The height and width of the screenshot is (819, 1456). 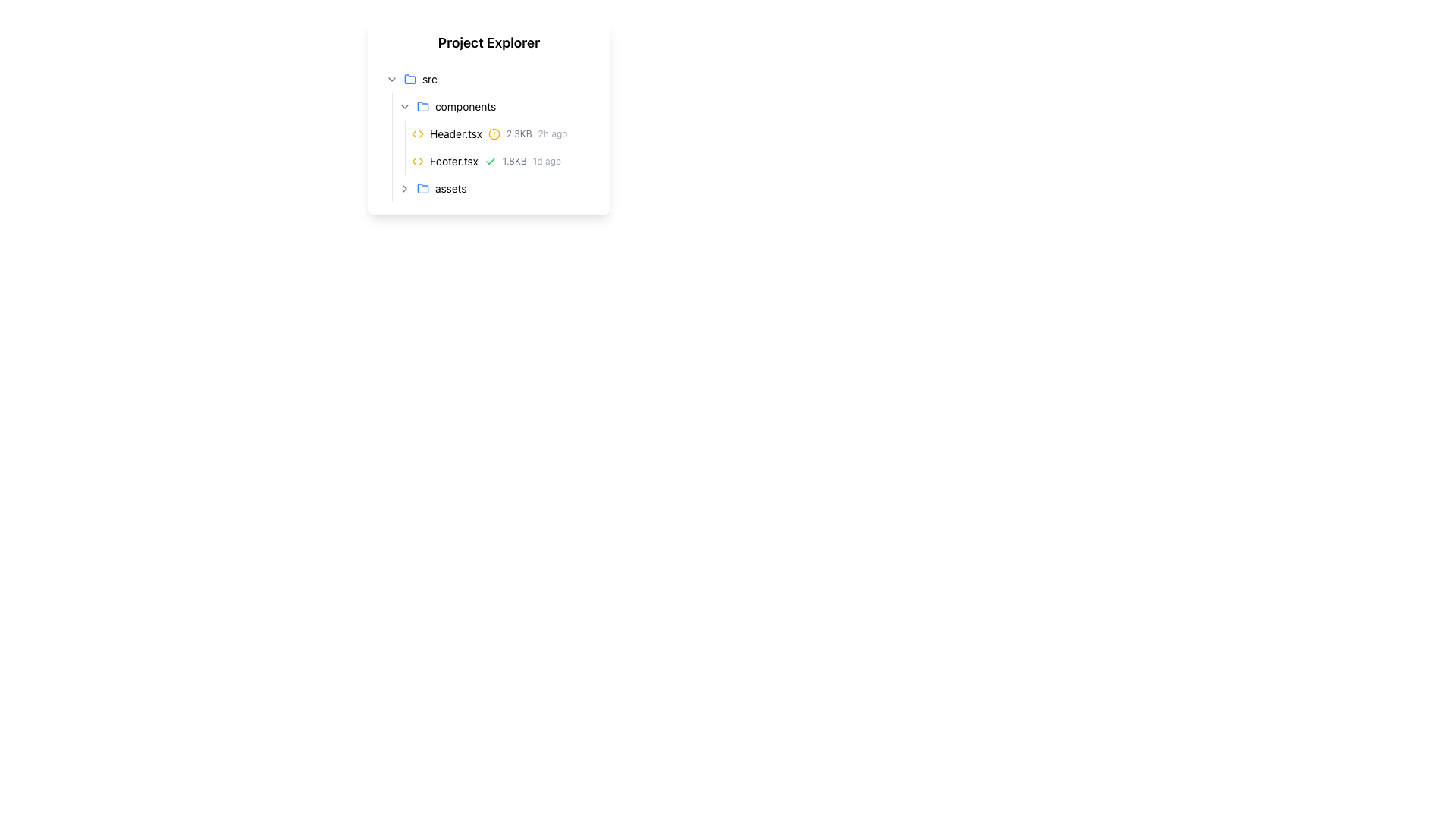 What do you see at coordinates (552, 133) in the screenshot?
I see `the text label displaying '2h ago', which is located to the right of '2.3KB' in the file information line for 'Header.tsx'` at bounding box center [552, 133].